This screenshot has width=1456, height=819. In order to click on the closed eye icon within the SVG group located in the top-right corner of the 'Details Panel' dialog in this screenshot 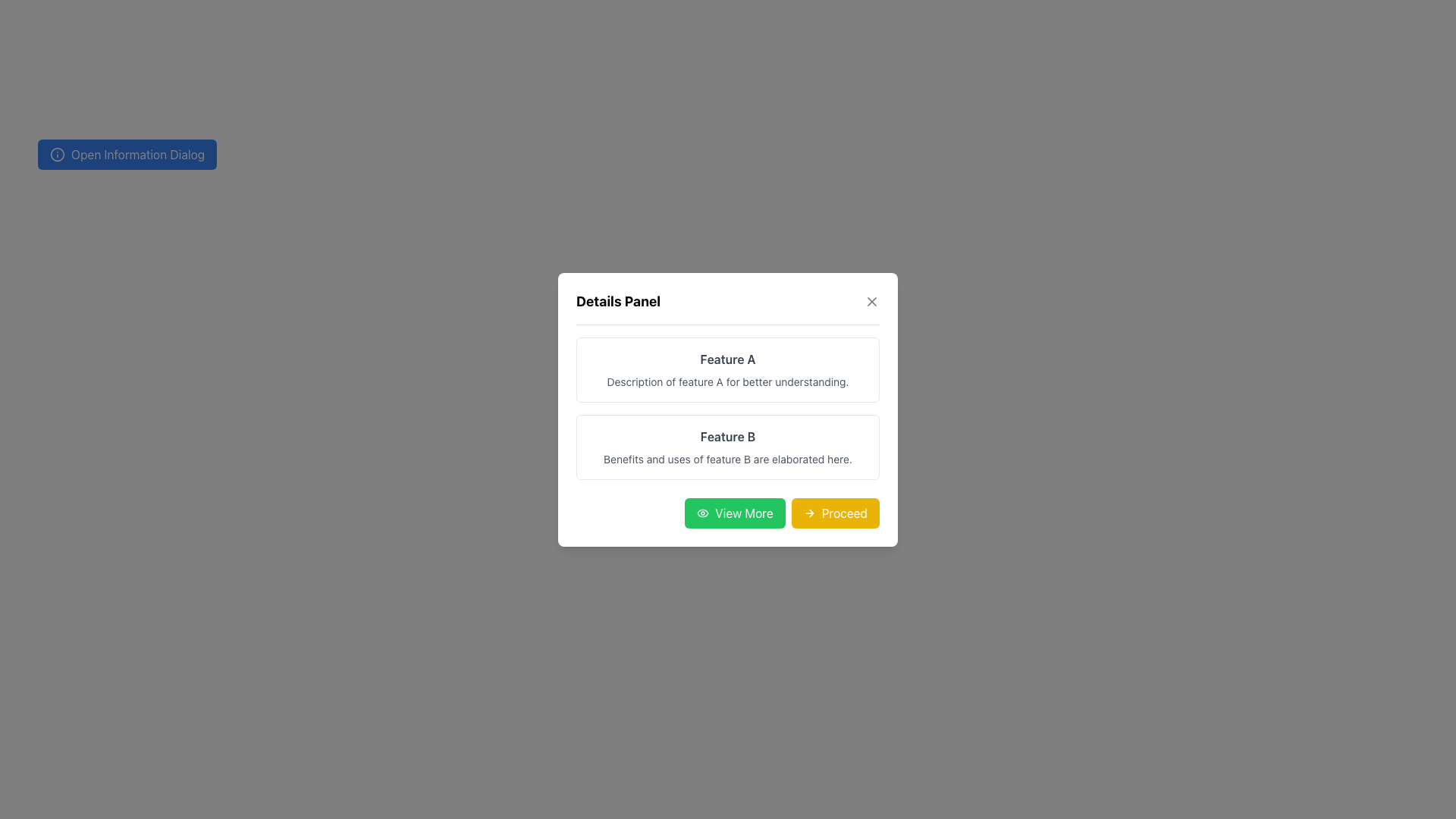, I will do `click(702, 512)`.